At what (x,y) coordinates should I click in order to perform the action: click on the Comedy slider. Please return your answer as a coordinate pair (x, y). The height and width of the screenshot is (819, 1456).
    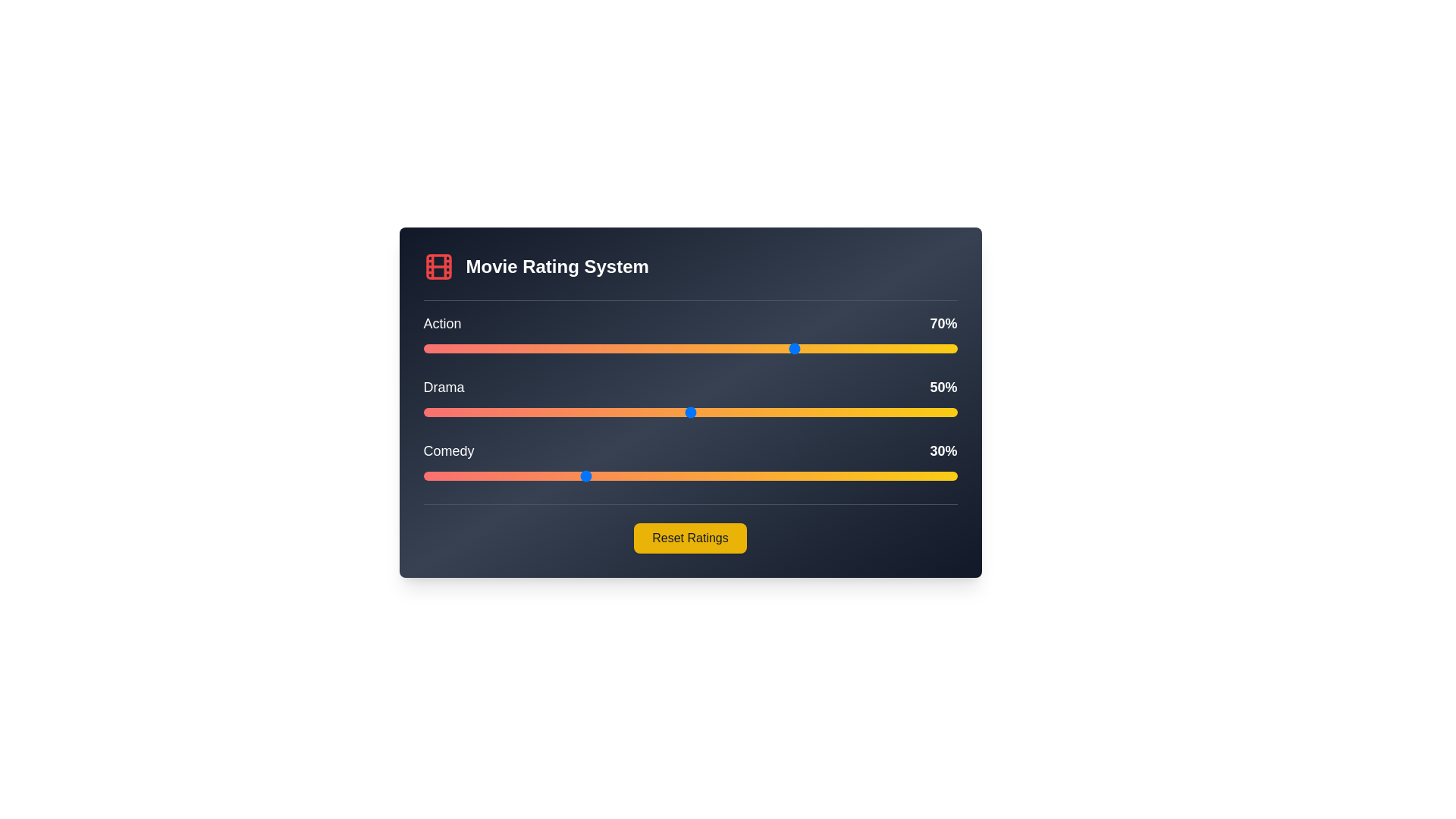
    Looking at the image, I should click on (689, 475).